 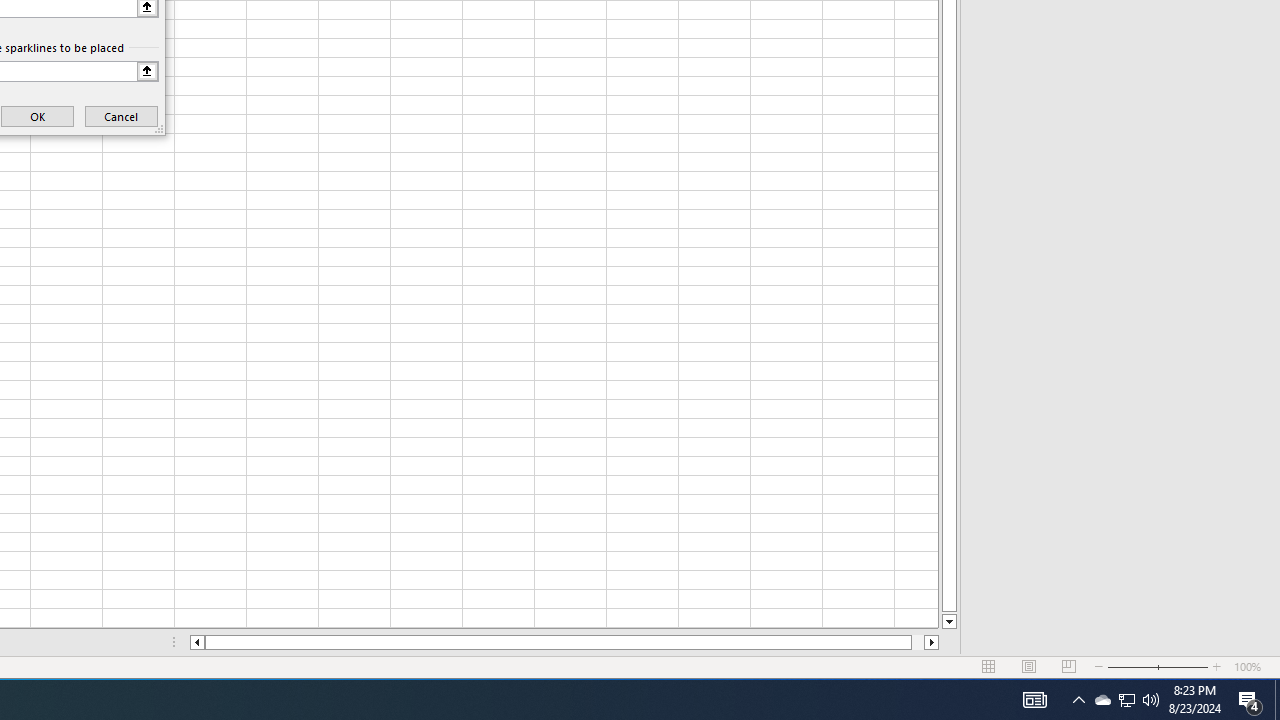 I want to click on 'Class: NetUIScrollBar', so click(x=563, y=642).